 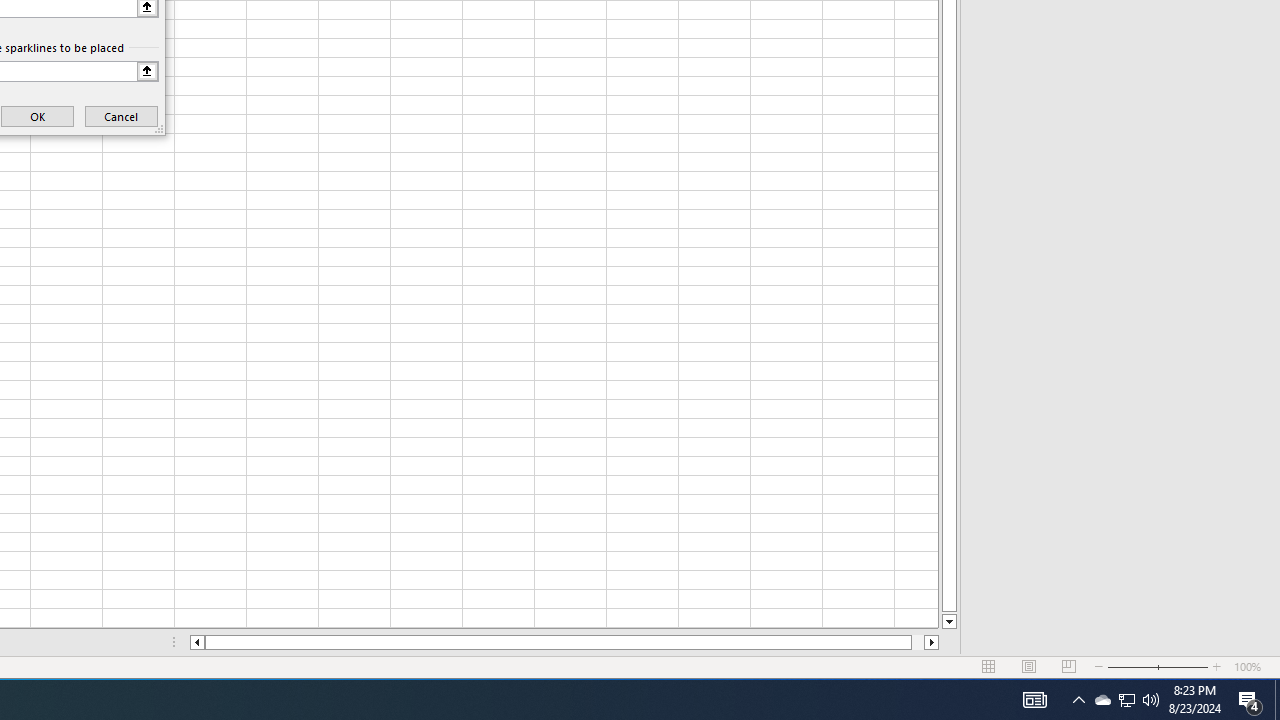 I want to click on 'Class: NetUIScrollBar', so click(x=563, y=642).